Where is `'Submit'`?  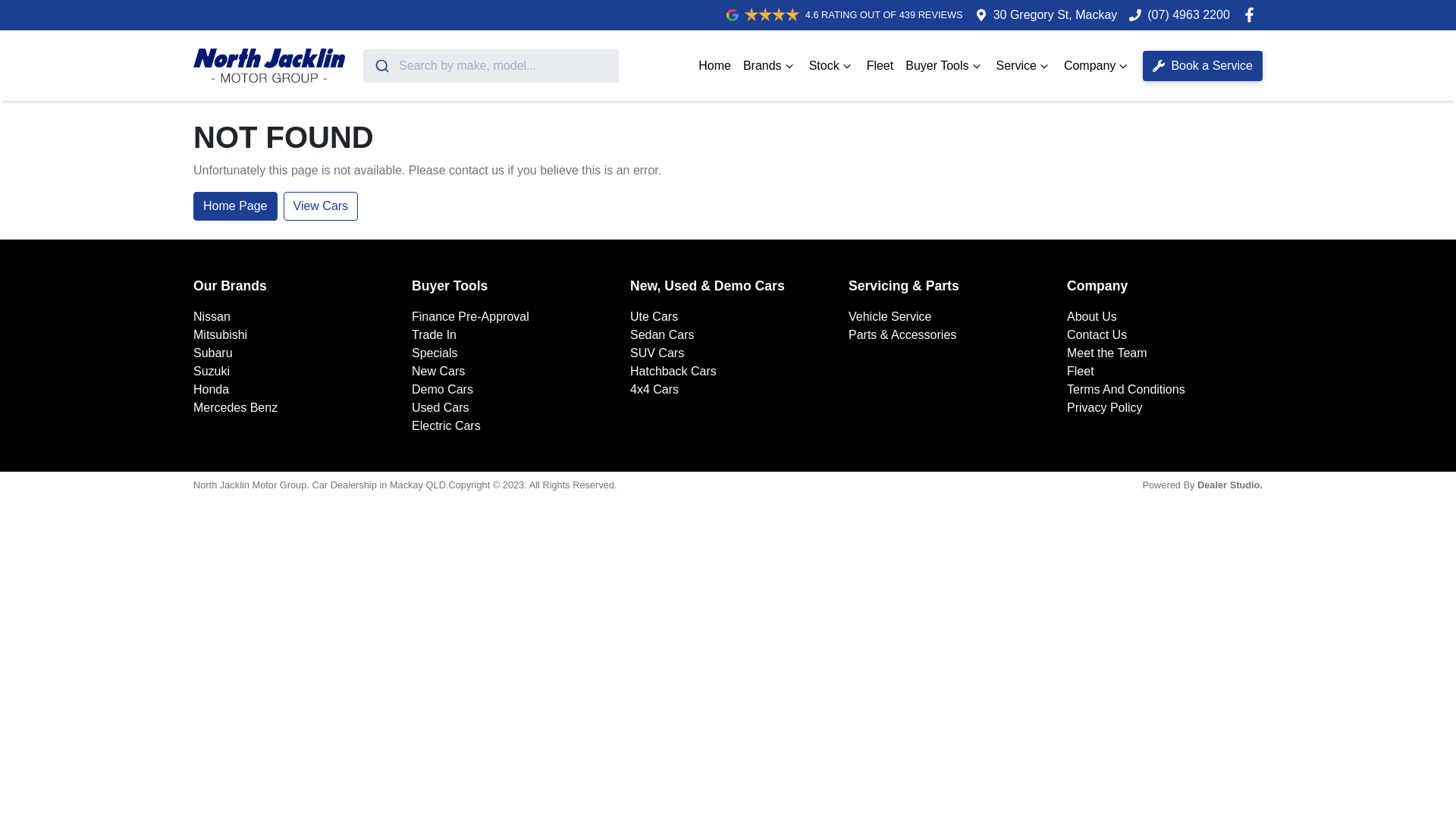 'Submit' is located at coordinates (381, 64).